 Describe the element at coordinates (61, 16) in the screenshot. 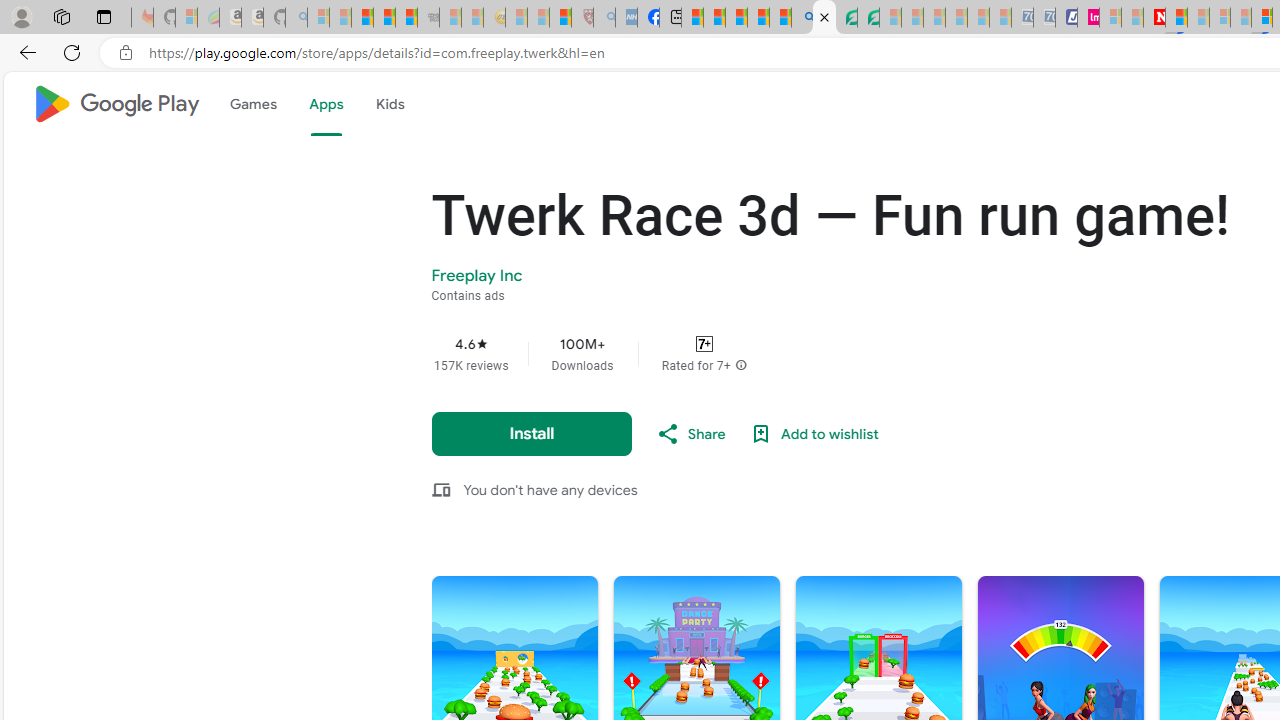

I see `'Workspaces'` at that location.